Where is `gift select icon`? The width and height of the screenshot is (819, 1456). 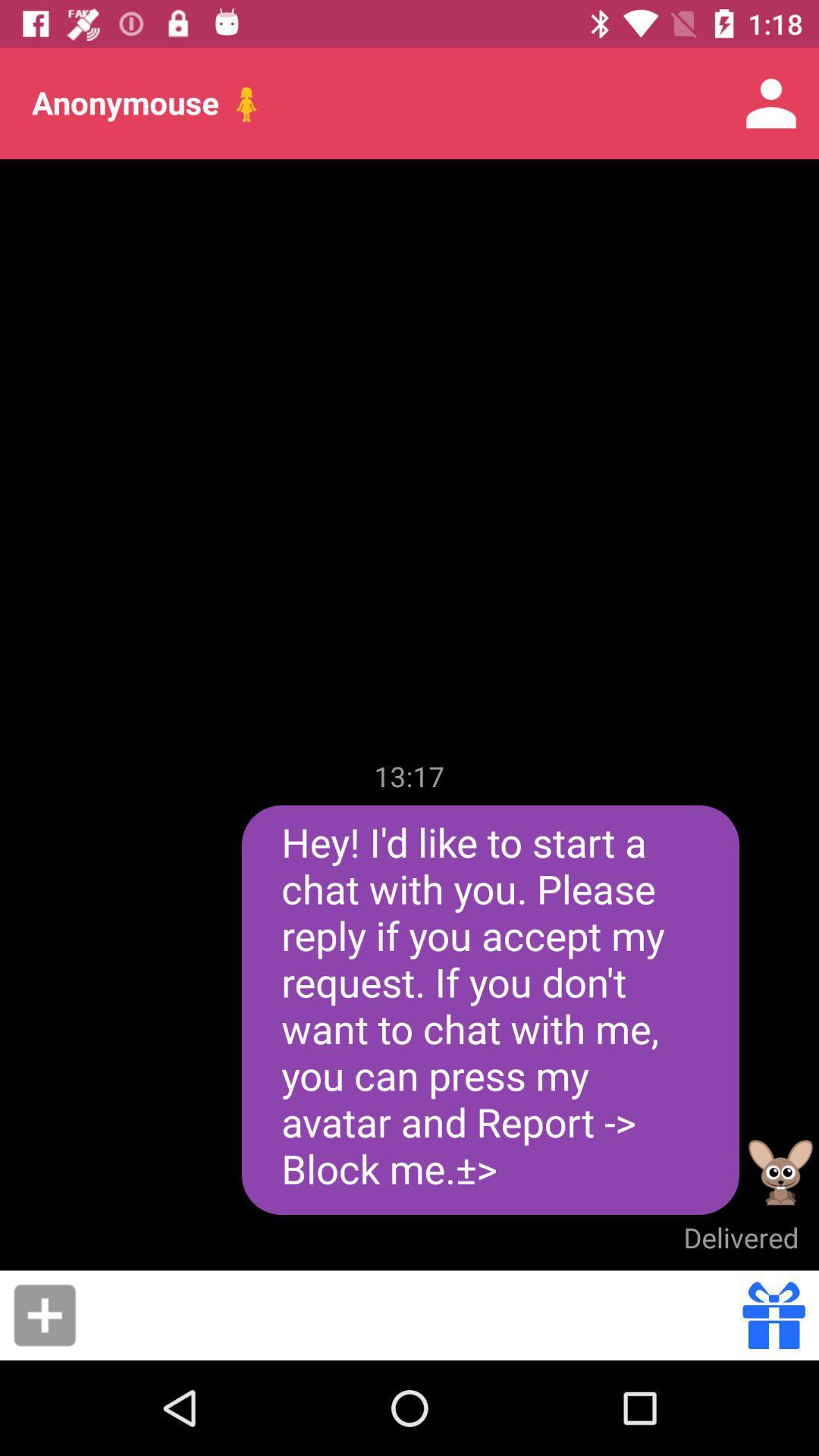
gift select icon is located at coordinates (773, 1314).